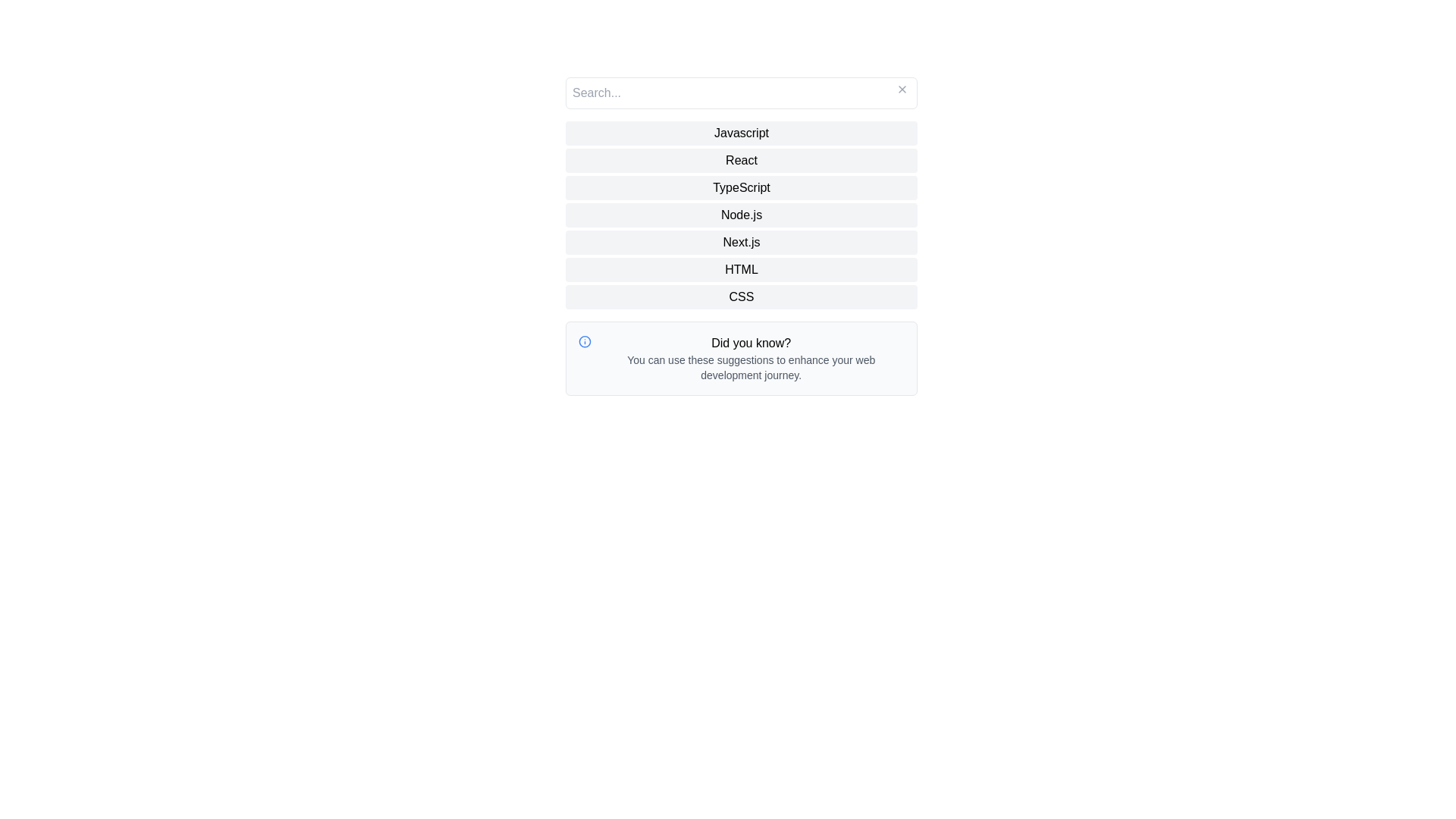  Describe the element at coordinates (742, 268) in the screenshot. I see `the sixth item in the vertical list, which is a selectable list item representing a tag or category selection` at that location.